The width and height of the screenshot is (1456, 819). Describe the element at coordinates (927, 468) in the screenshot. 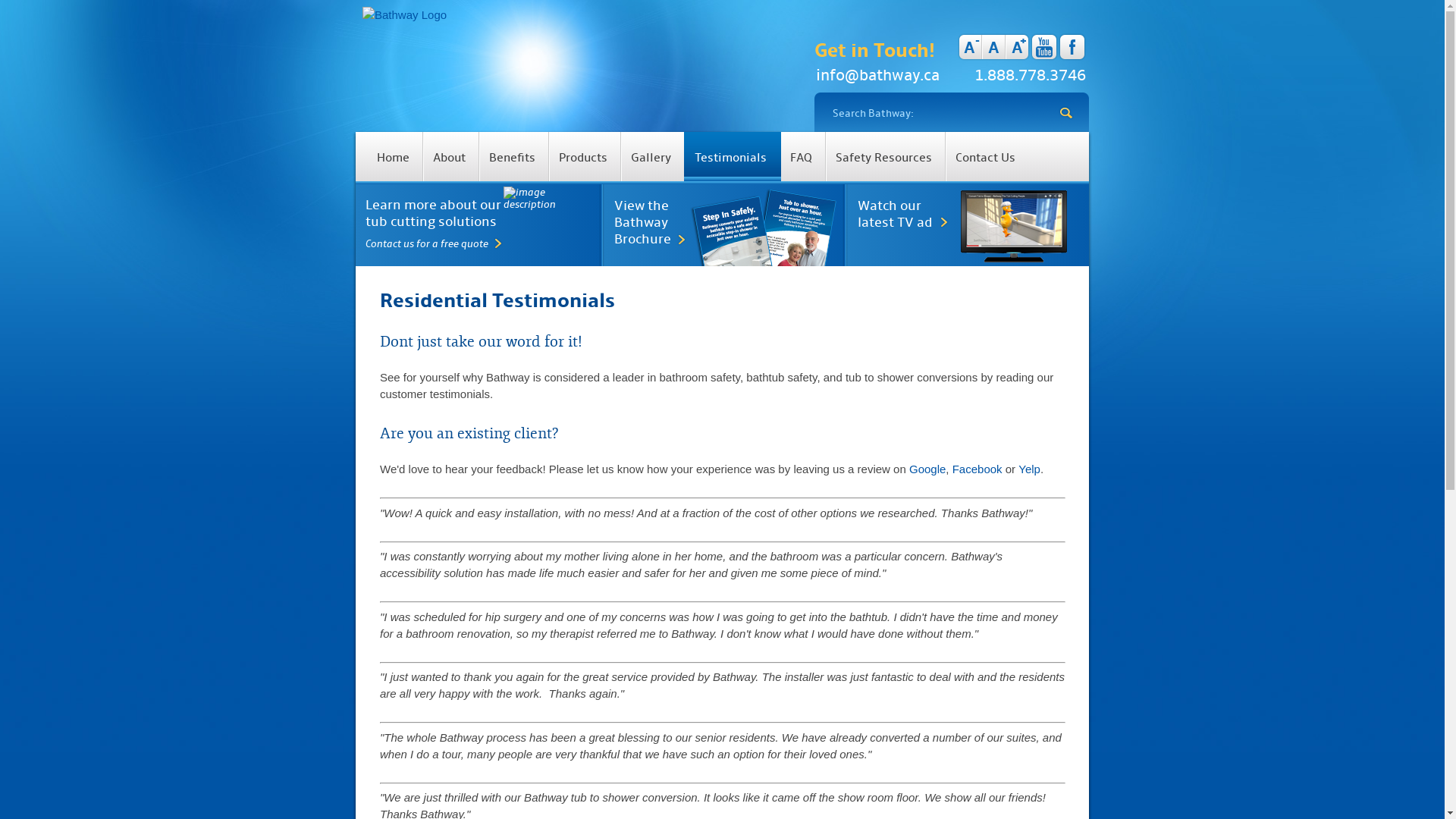

I see `'Google'` at that location.